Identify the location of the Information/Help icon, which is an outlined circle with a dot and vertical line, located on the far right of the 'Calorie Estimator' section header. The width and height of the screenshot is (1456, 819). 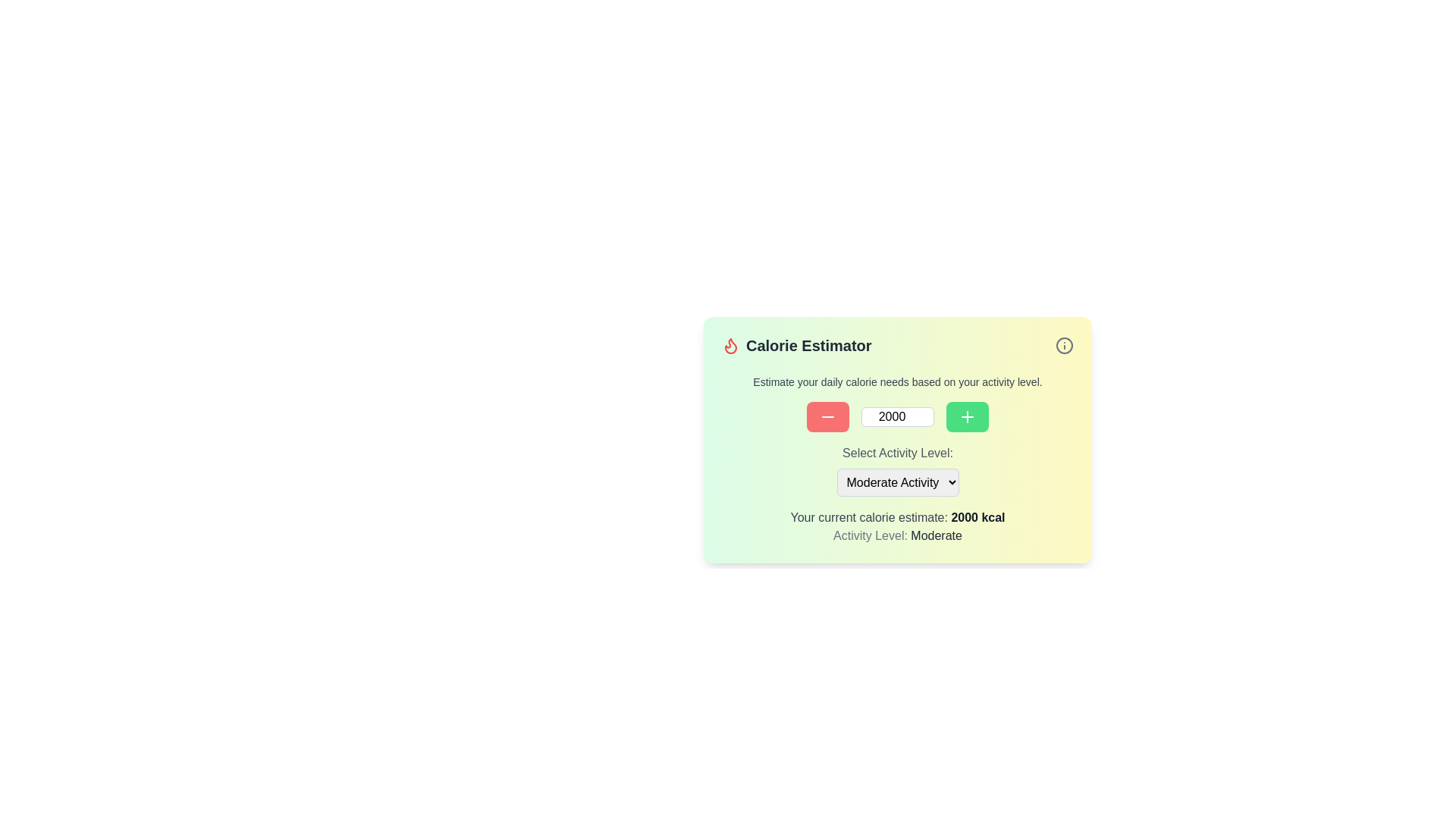
(1063, 345).